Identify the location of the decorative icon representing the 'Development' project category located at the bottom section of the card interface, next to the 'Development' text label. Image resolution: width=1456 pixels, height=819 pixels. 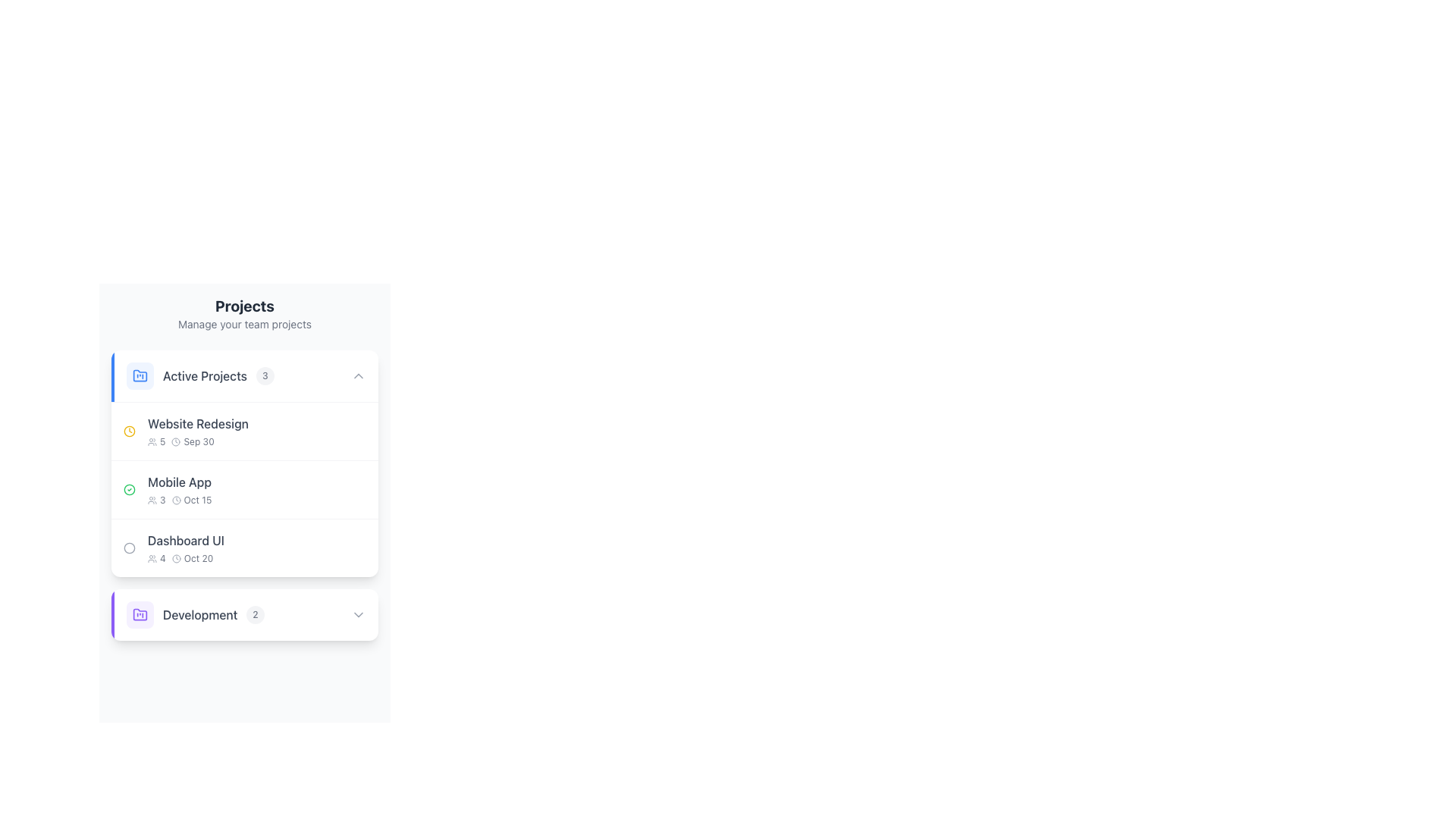
(140, 614).